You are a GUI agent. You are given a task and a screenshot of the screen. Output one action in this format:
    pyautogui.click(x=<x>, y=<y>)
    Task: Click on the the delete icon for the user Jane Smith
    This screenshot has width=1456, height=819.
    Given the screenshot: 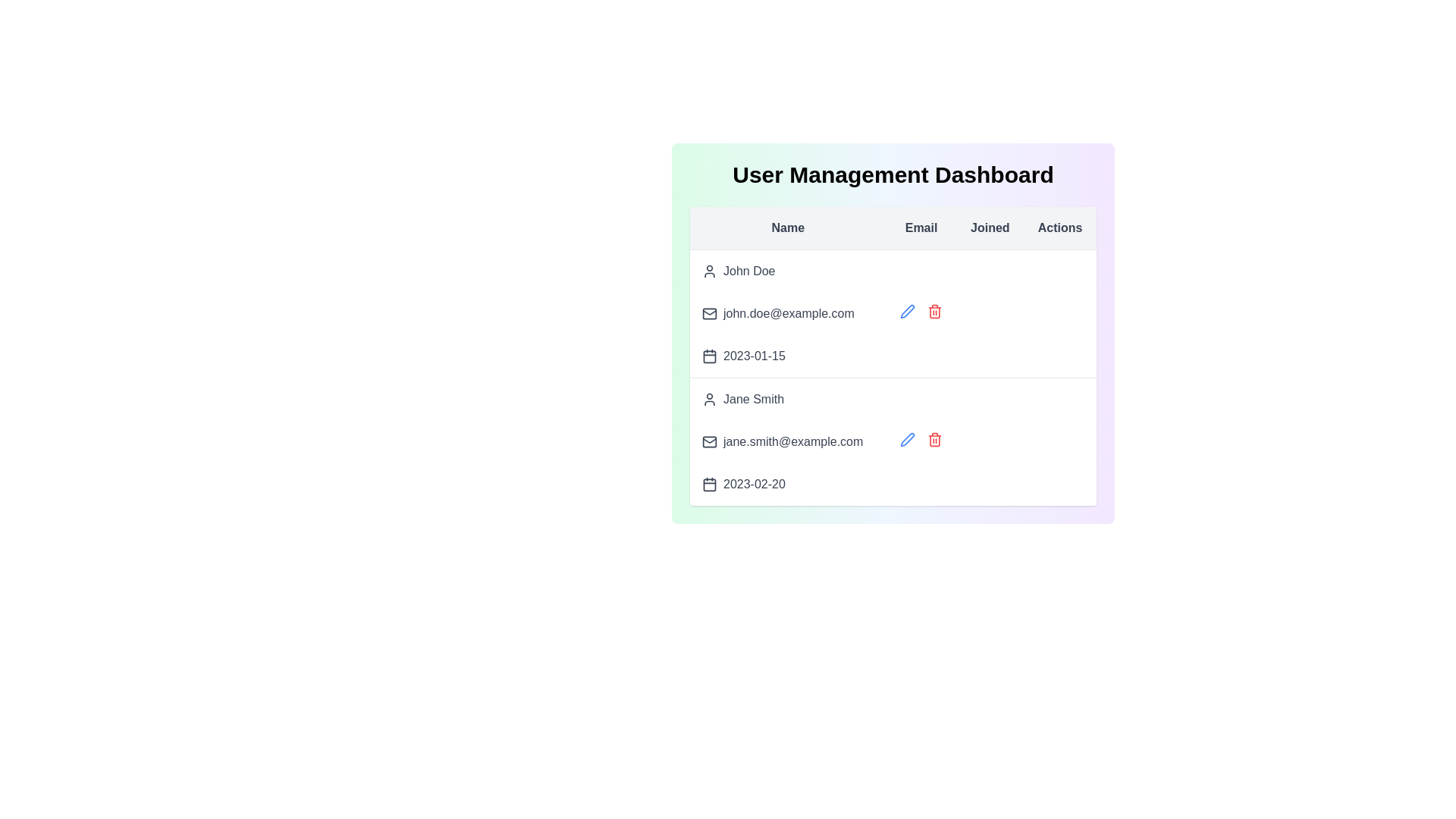 What is the action you would take?
    pyautogui.click(x=934, y=438)
    